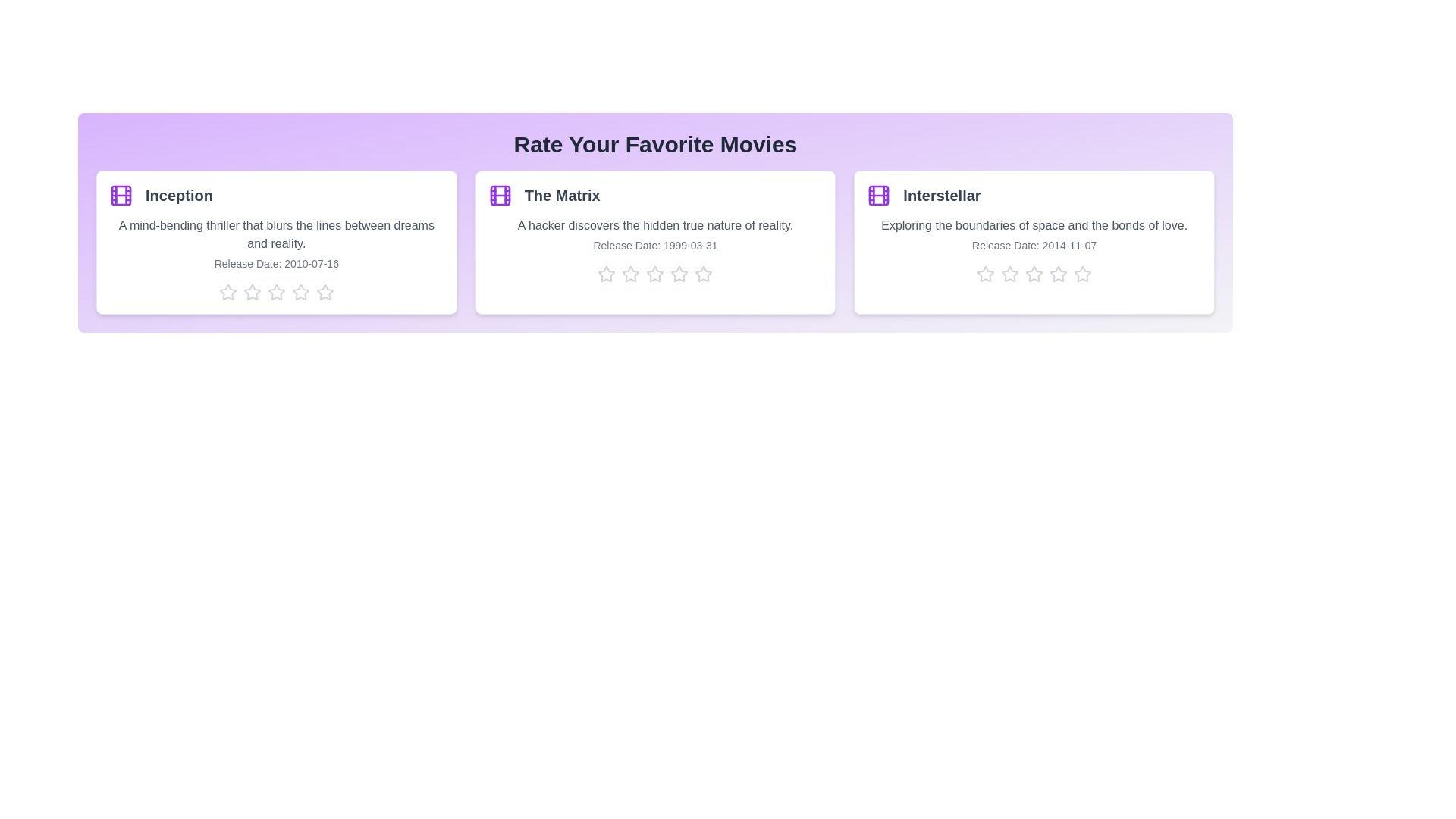 The height and width of the screenshot is (819, 1456). Describe the element at coordinates (655, 275) in the screenshot. I see `the star corresponding to 3 stars for the movie The Matrix` at that location.